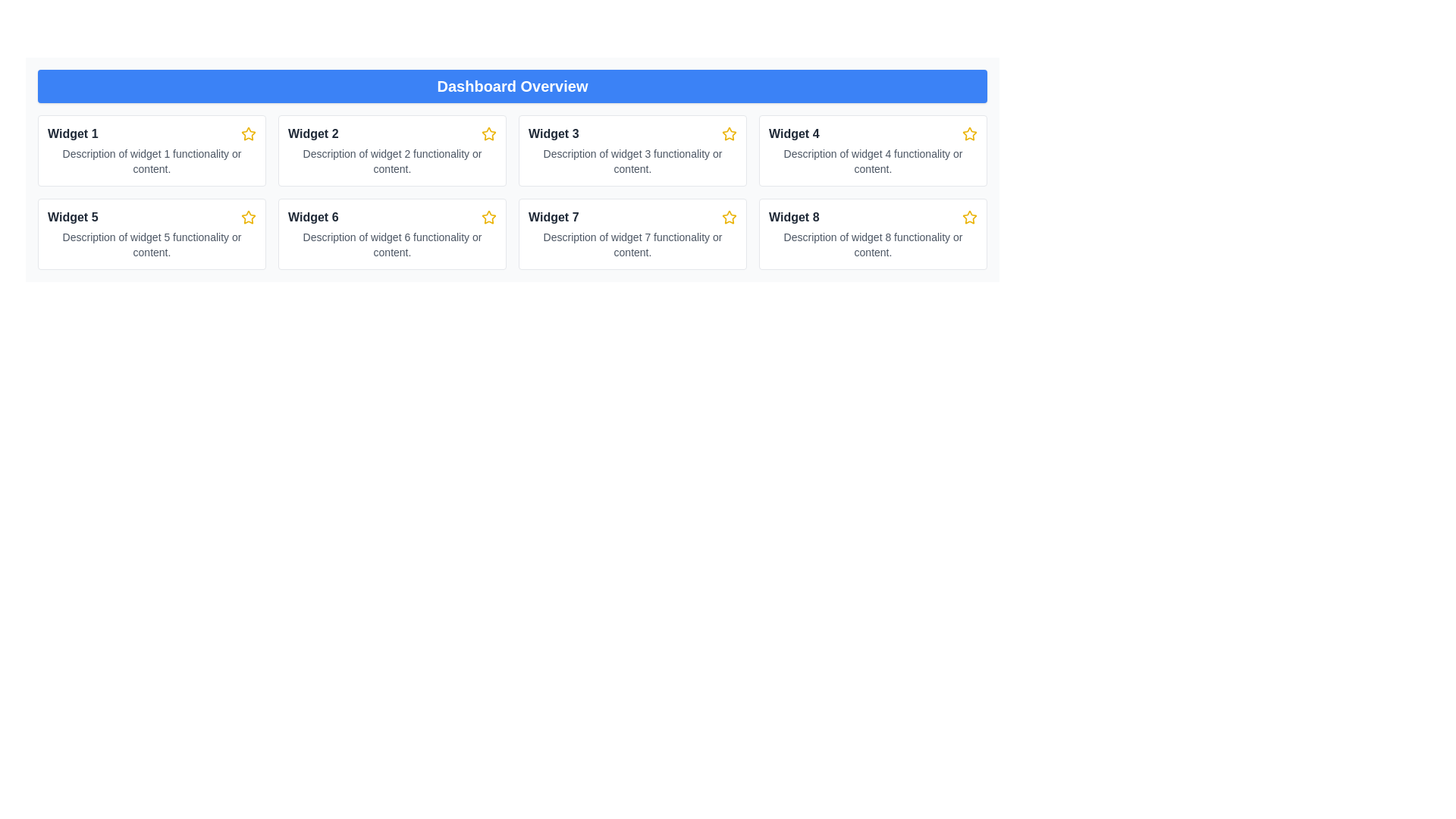  I want to click on the favorite icon located in the last column of the second row under 'Widget 8', so click(968, 217).